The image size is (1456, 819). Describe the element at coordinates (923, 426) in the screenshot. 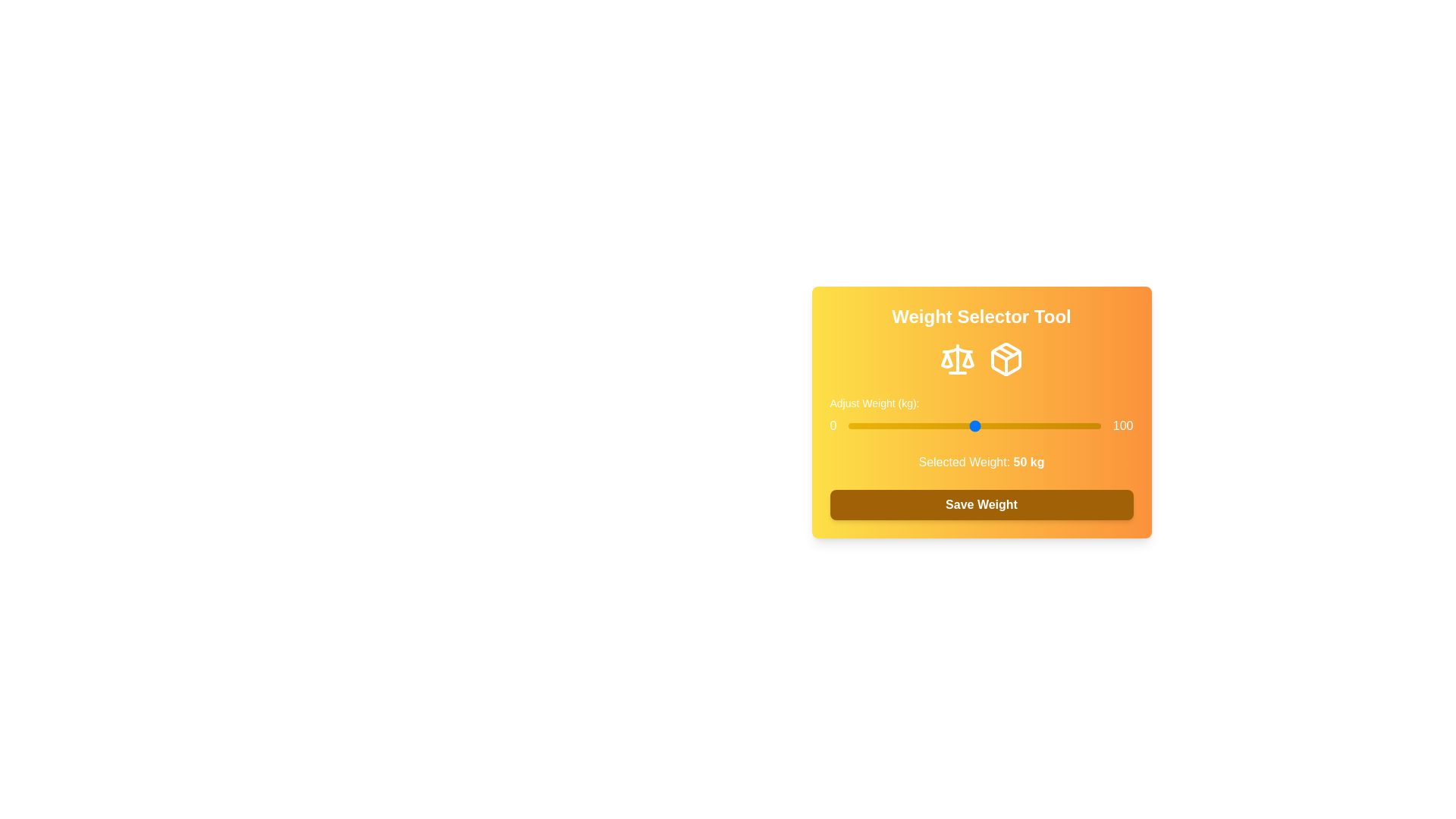

I see `the weight slider to 30 kg` at that location.